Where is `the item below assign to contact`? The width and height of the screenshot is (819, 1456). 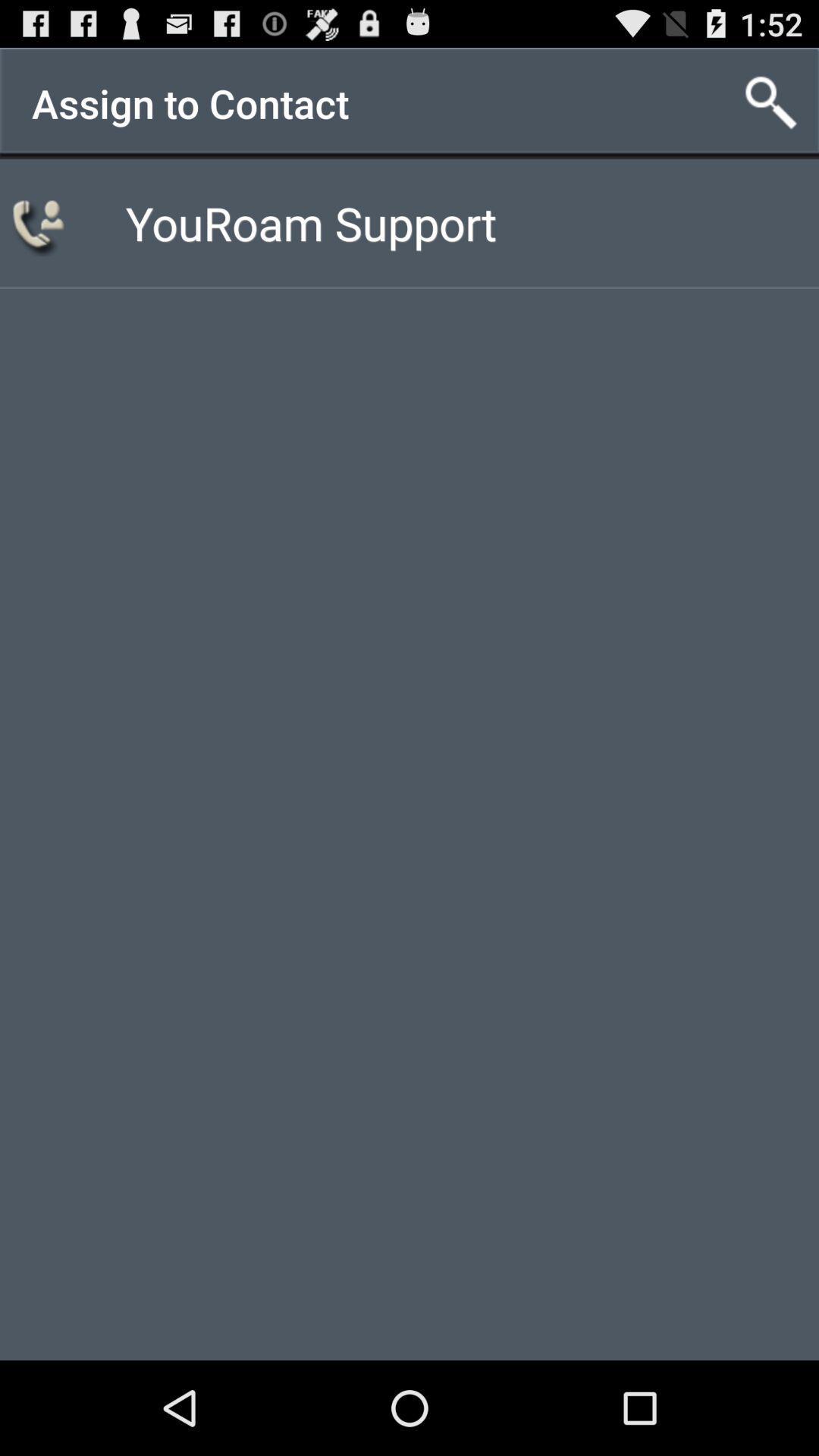
the item below assign to contact is located at coordinates (40, 221).